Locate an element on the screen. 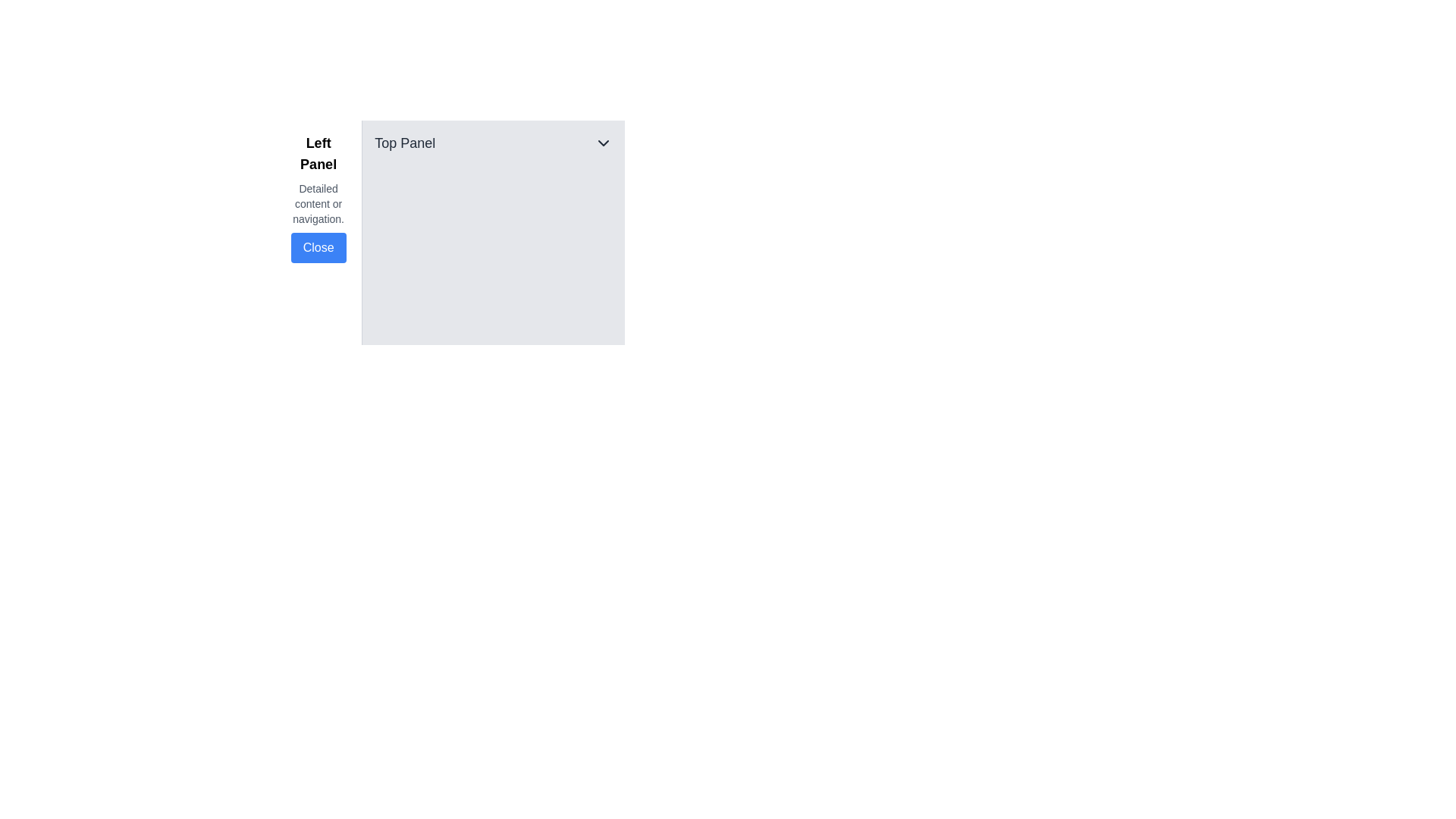 Image resolution: width=1456 pixels, height=819 pixels. the 'Close' button, which is a rectangular button with a blue background and white text, located in the left panel's content section, below the 'Detailed content or navigation.' text is located at coordinates (318, 247).